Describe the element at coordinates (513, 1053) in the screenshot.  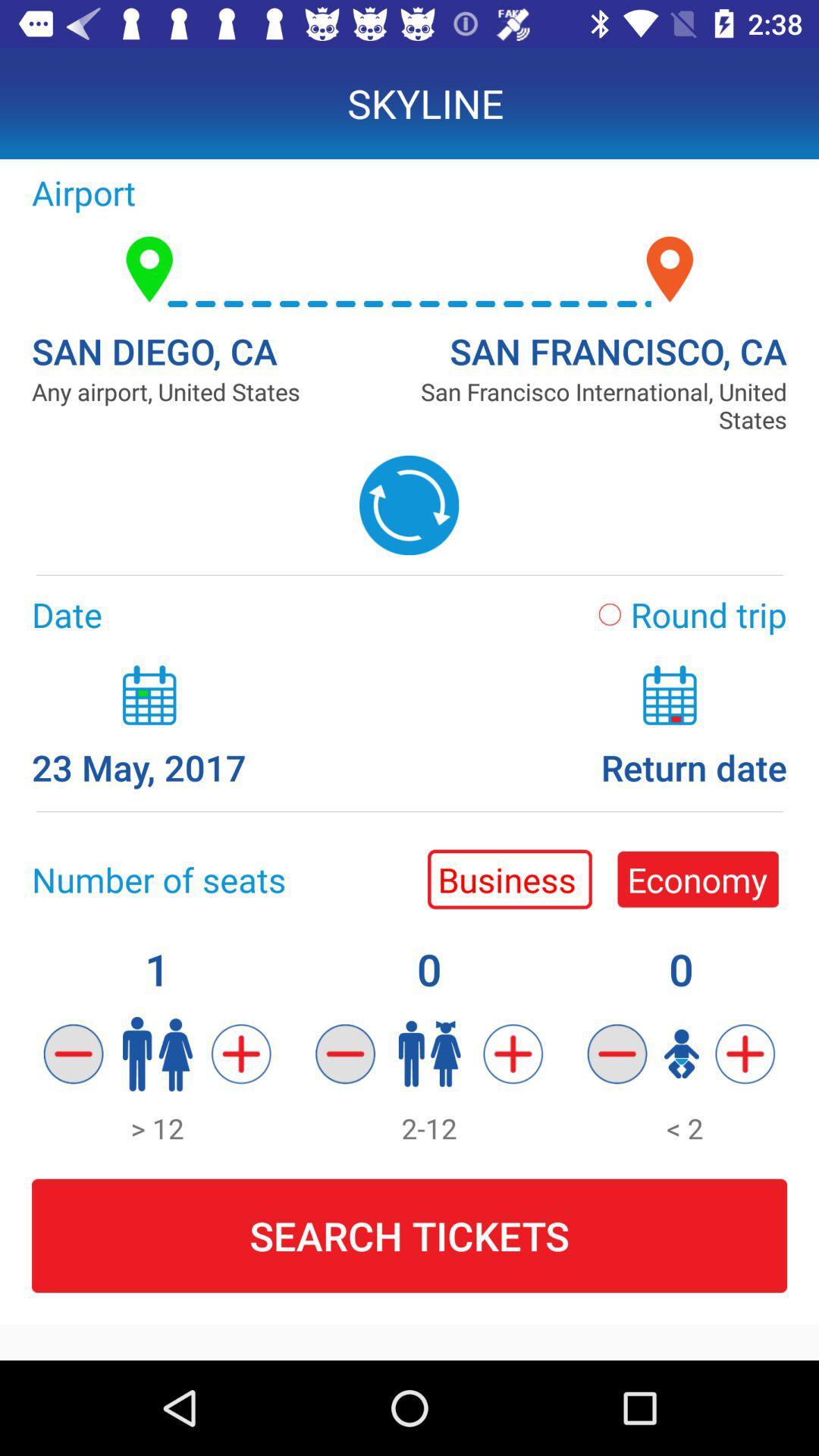
I see `second  symbol from left` at that location.